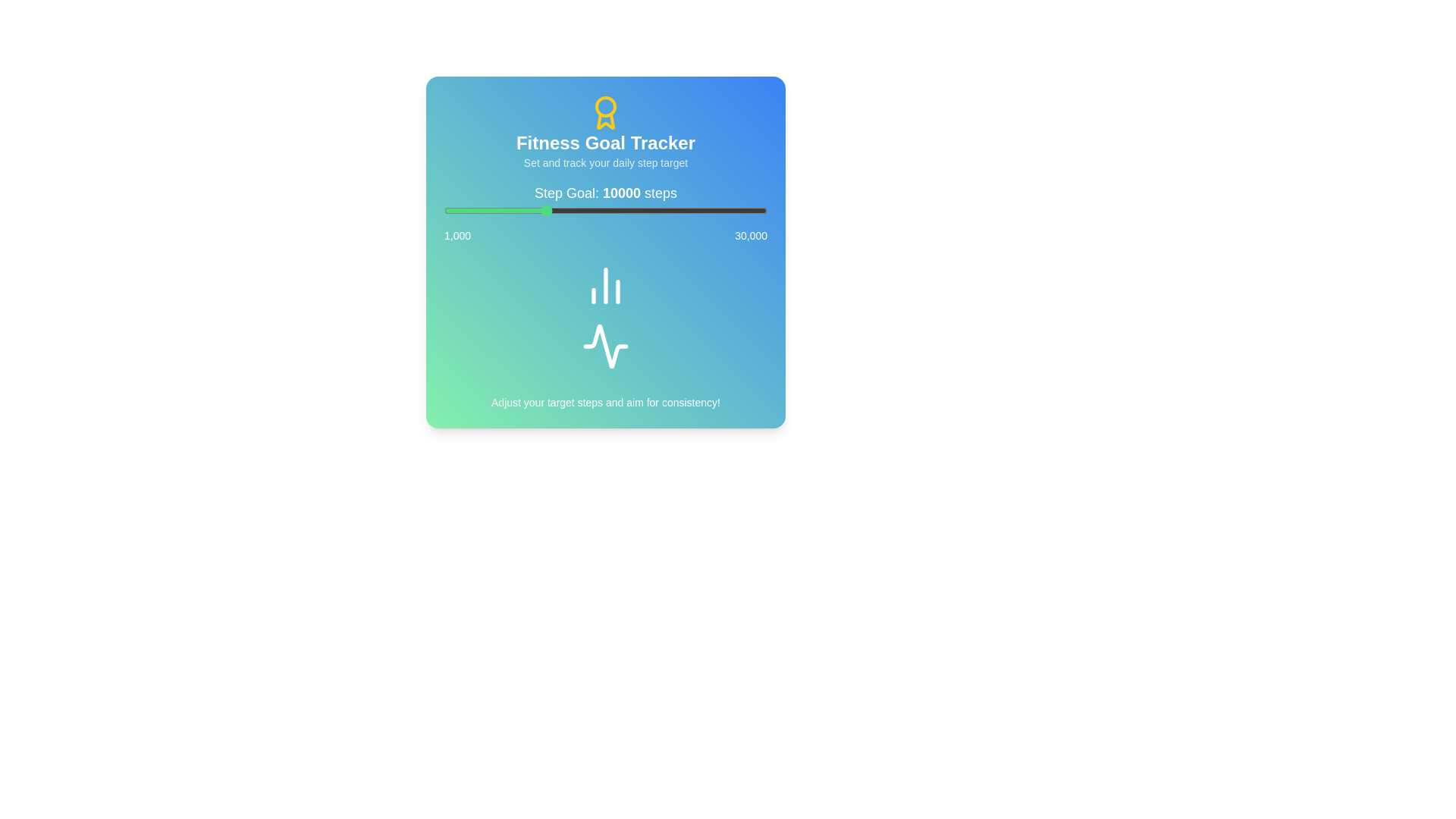  What do you see at coordinates (764, 210) in the screenshot?
I see `the step goal to 29797 steps using the slider` at bounding box center [764, 210].